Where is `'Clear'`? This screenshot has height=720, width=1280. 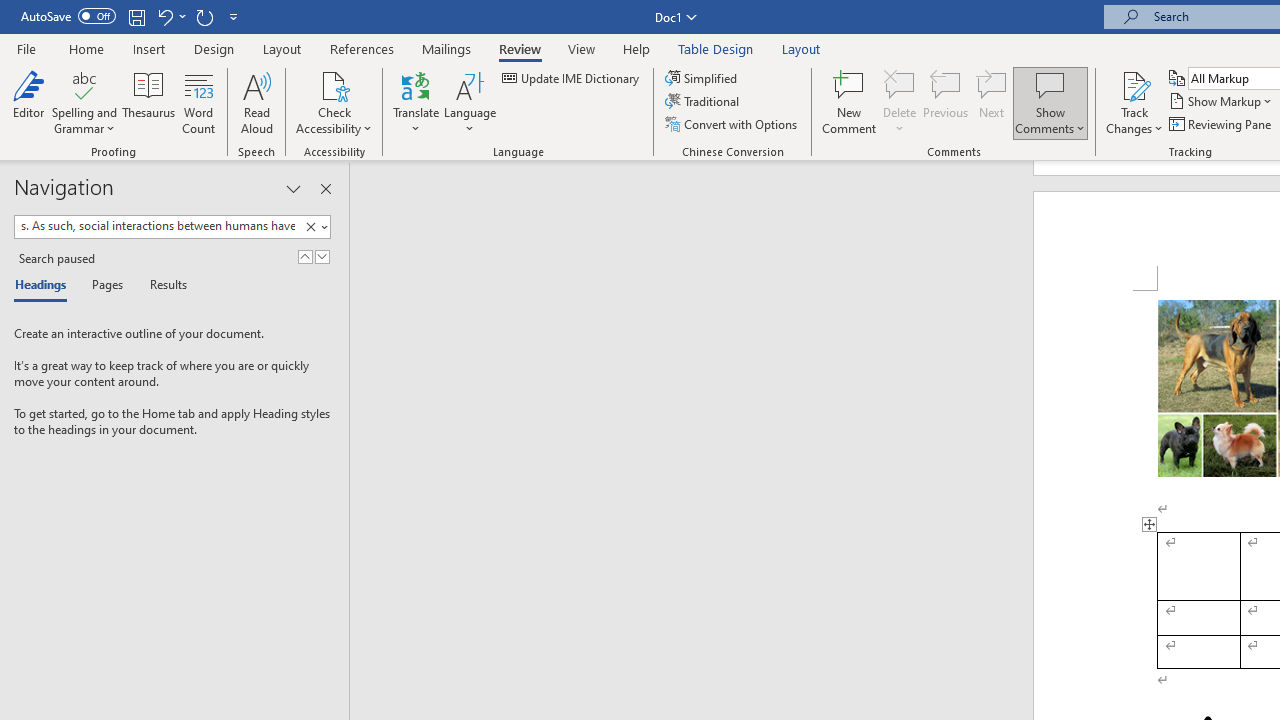
'Clear' is located at coordinates (310, 226).